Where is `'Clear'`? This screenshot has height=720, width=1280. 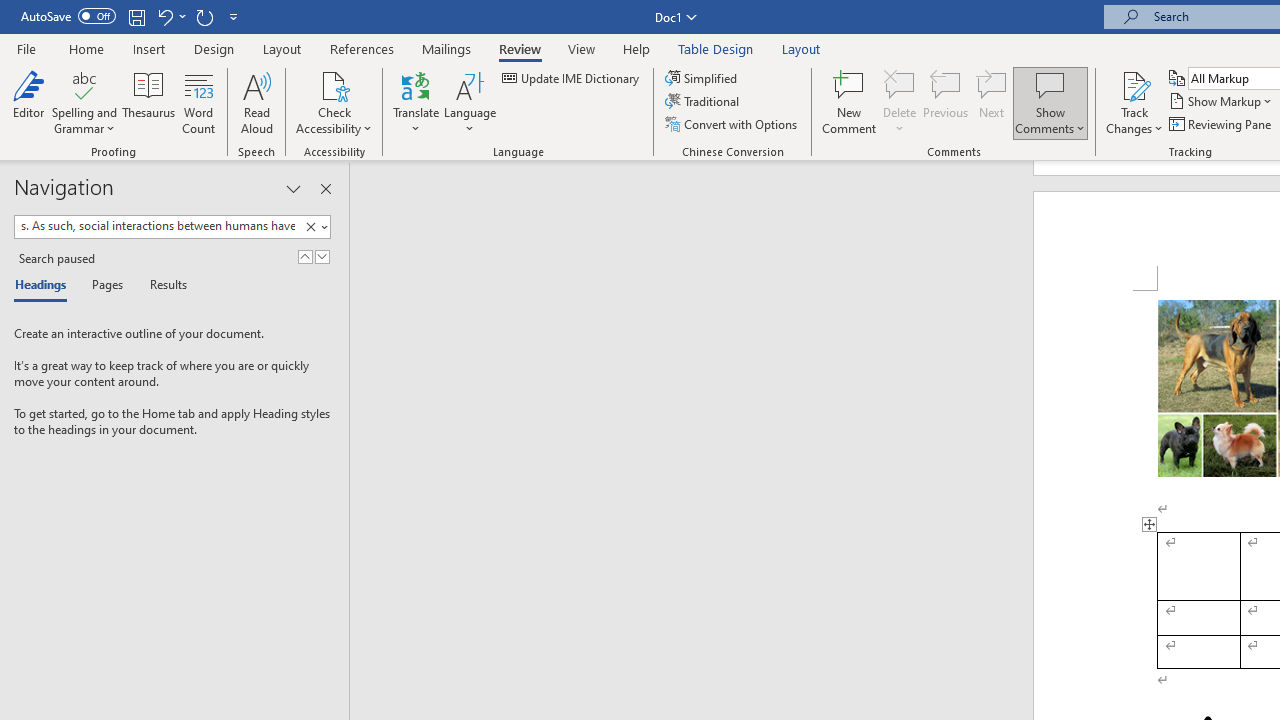
'Clear' is located at coordinates (310, 226).